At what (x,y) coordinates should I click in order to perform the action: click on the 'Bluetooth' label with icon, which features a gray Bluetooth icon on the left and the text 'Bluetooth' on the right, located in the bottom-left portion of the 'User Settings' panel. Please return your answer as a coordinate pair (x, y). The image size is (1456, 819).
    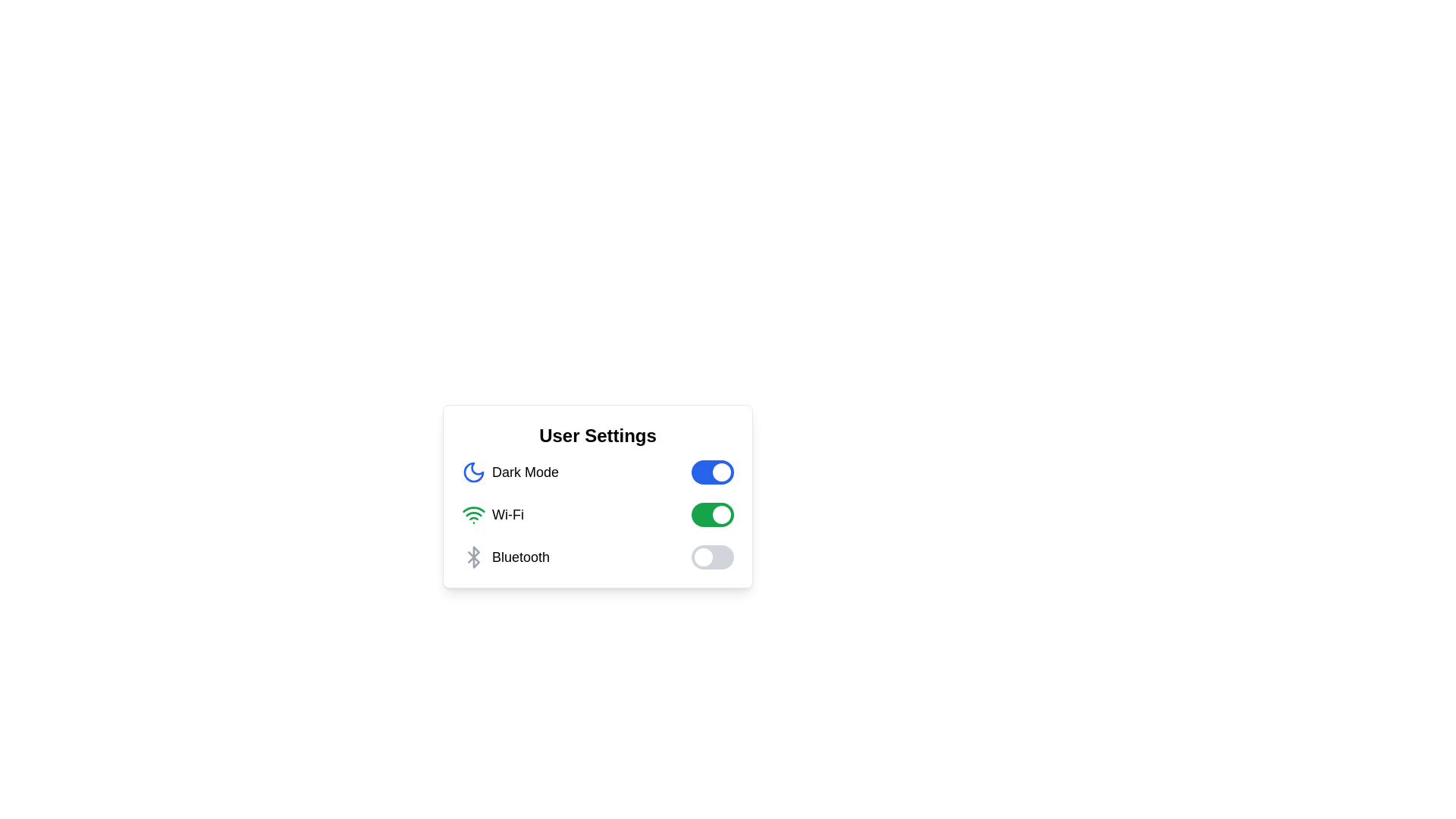
    Looking at the image, I should click on (506, 557).